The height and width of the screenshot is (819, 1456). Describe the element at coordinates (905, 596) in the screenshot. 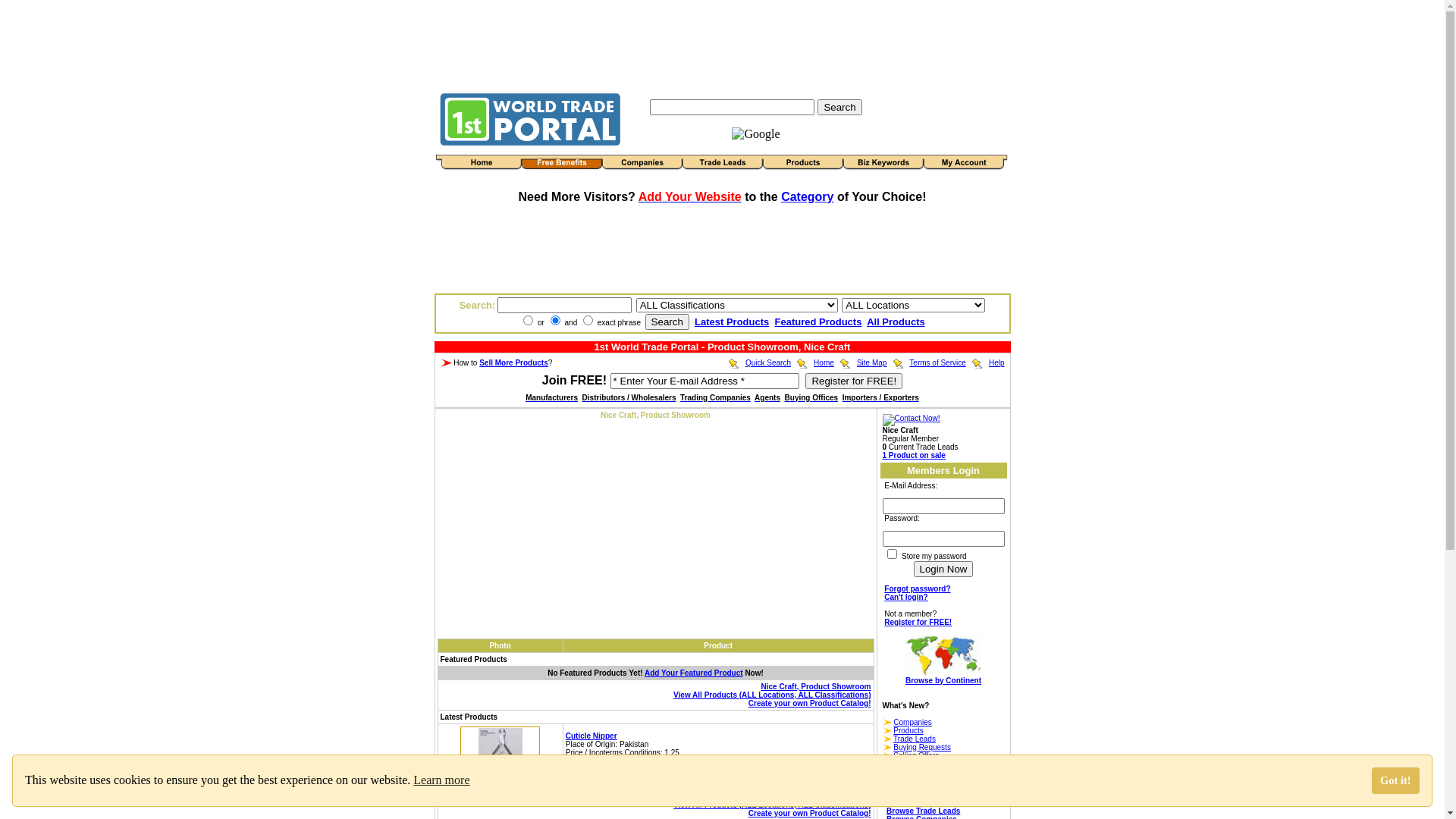

I see `'Can't login?'` at that location.